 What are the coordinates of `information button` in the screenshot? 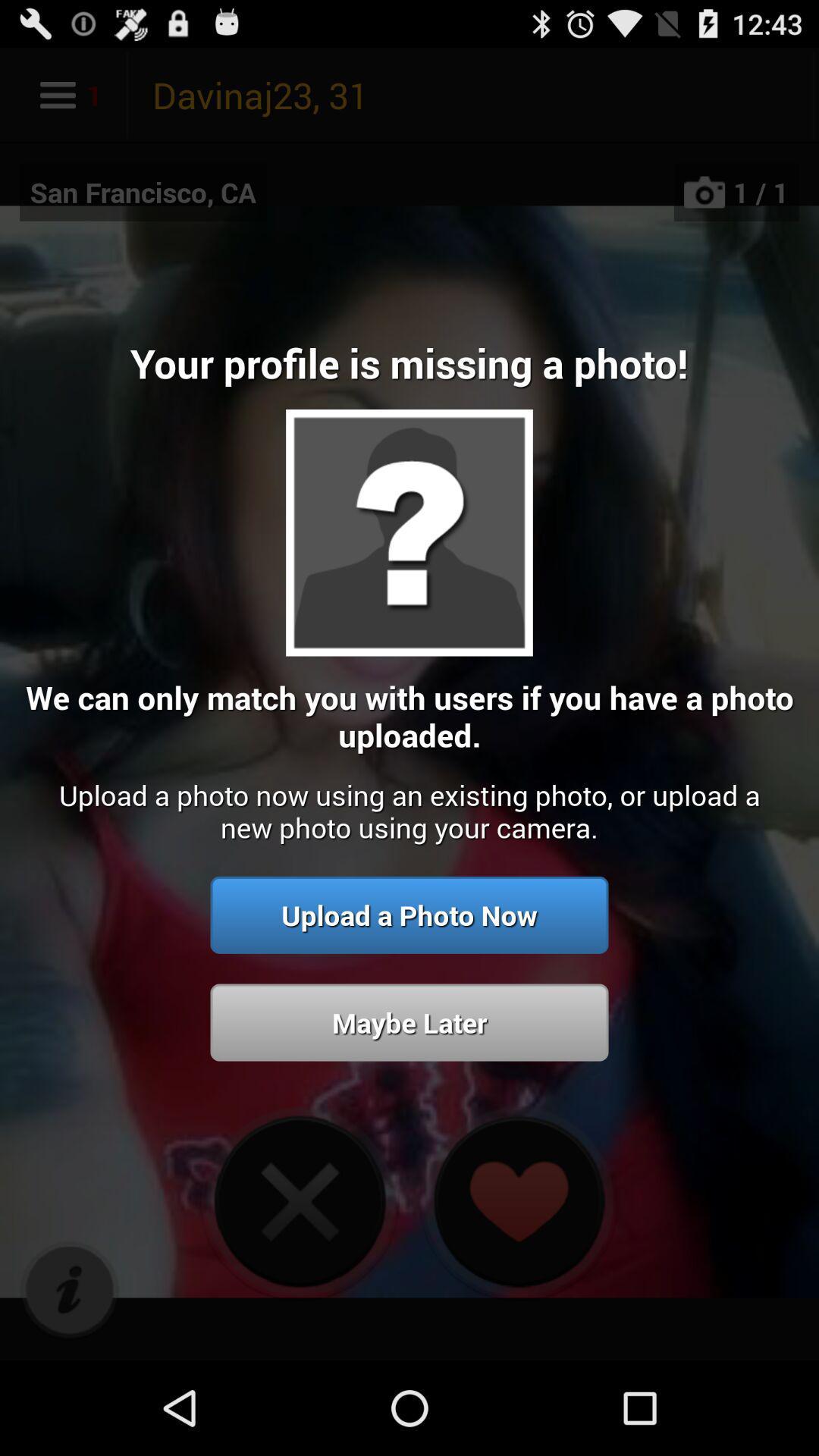 It's located at (69, 1290).